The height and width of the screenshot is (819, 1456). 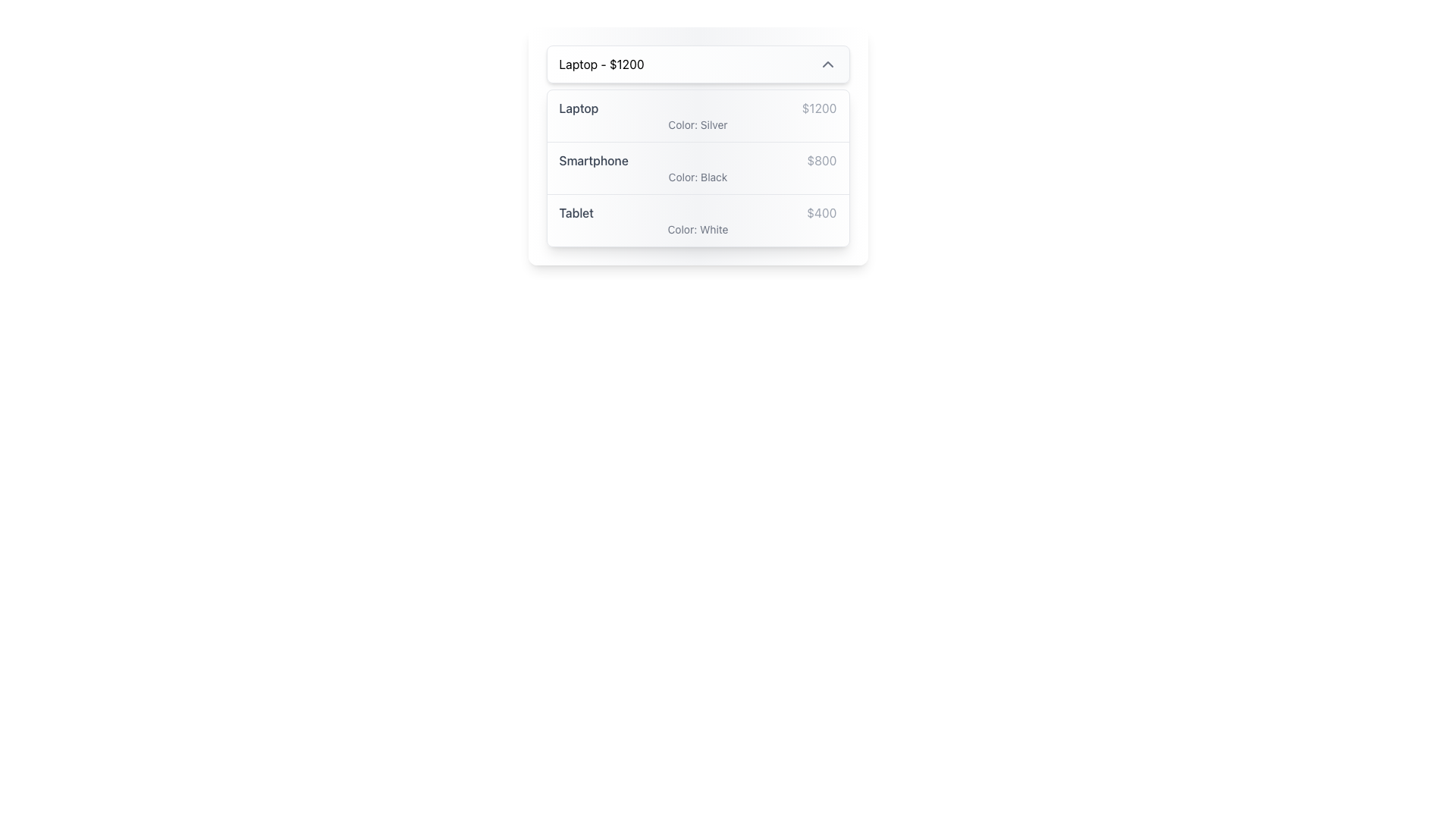 I want to click on the non-interactive informational text displaying the price of the 'Tablet' item, located in the third row of the dropdown, aligned to the right of the 'Tablet' label, so click(x=821, y=213).